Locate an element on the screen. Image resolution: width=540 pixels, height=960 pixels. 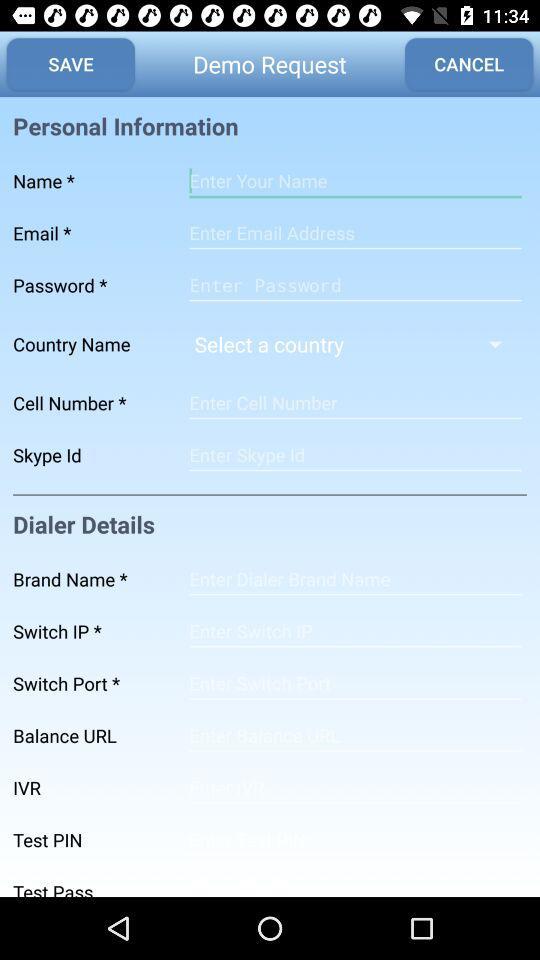
address page is located at coordinates (354, 840).